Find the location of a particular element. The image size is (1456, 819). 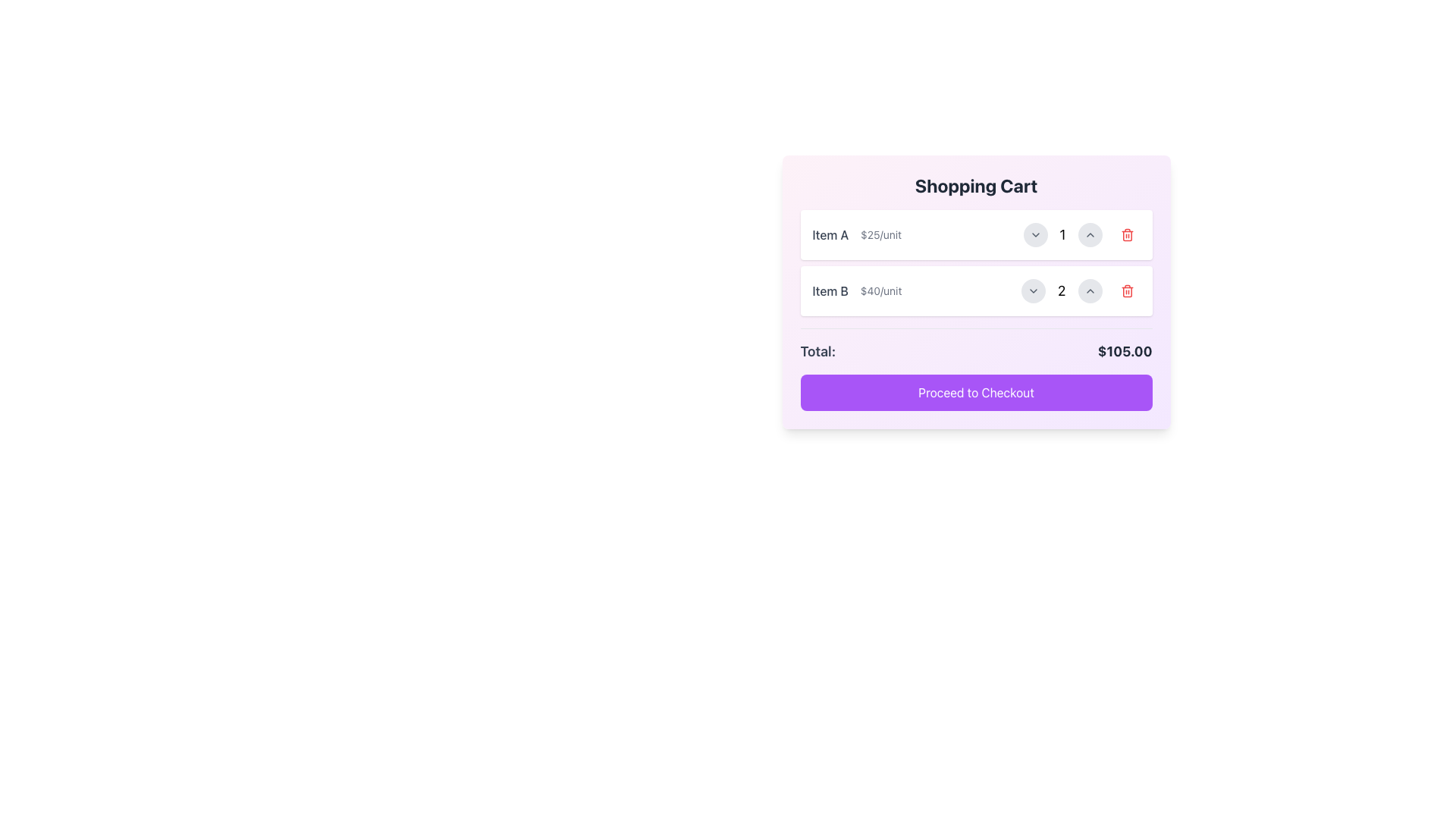

the text label displaying '$25/unit' that is positioned to the right of 'Item A' in the shopping cart interface is located at coordinates (881, 234).